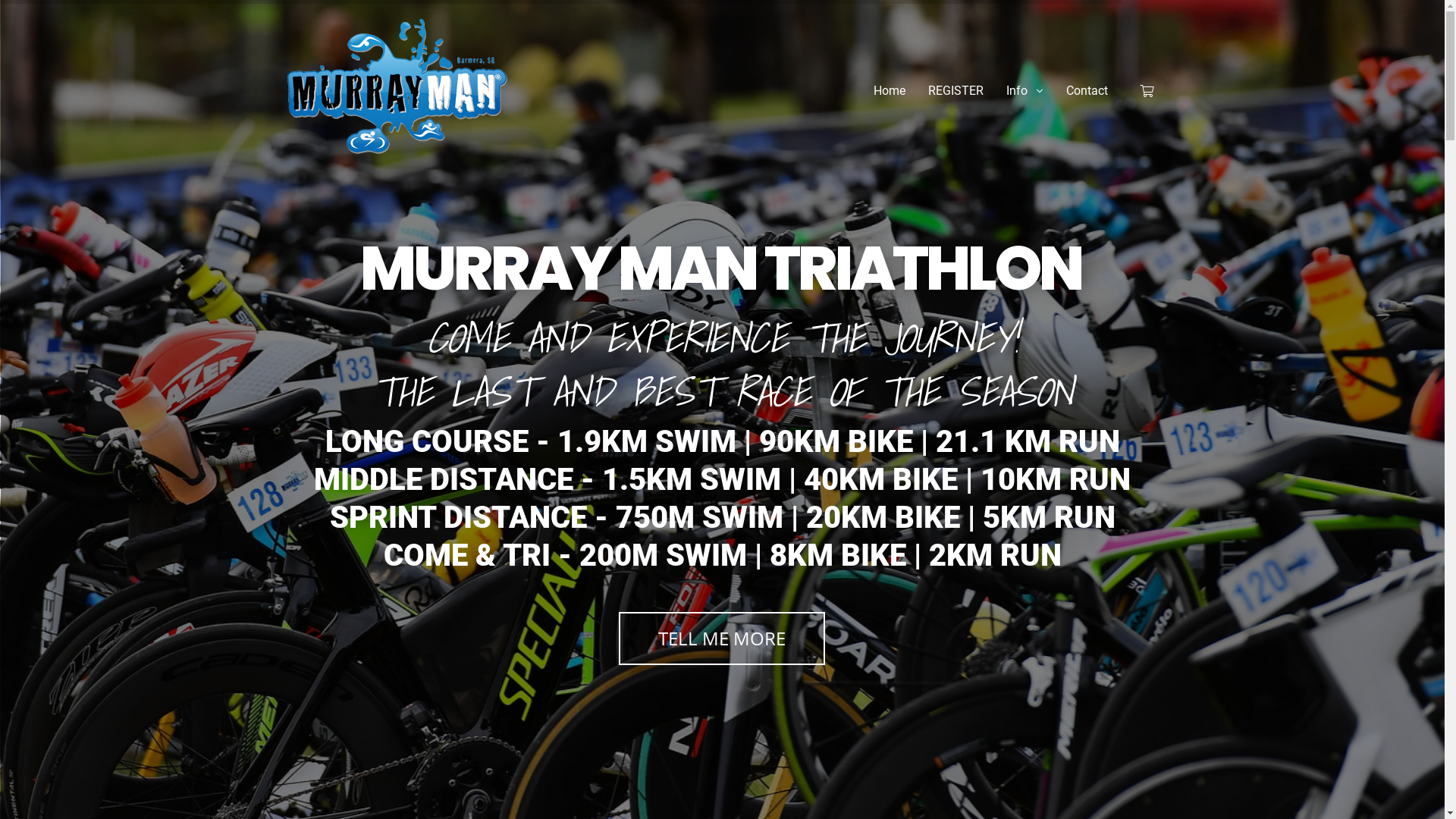 The height and width of the screenshot is (819, 1456). I want to click on 'TELL ME MORE', so click(619, 638).